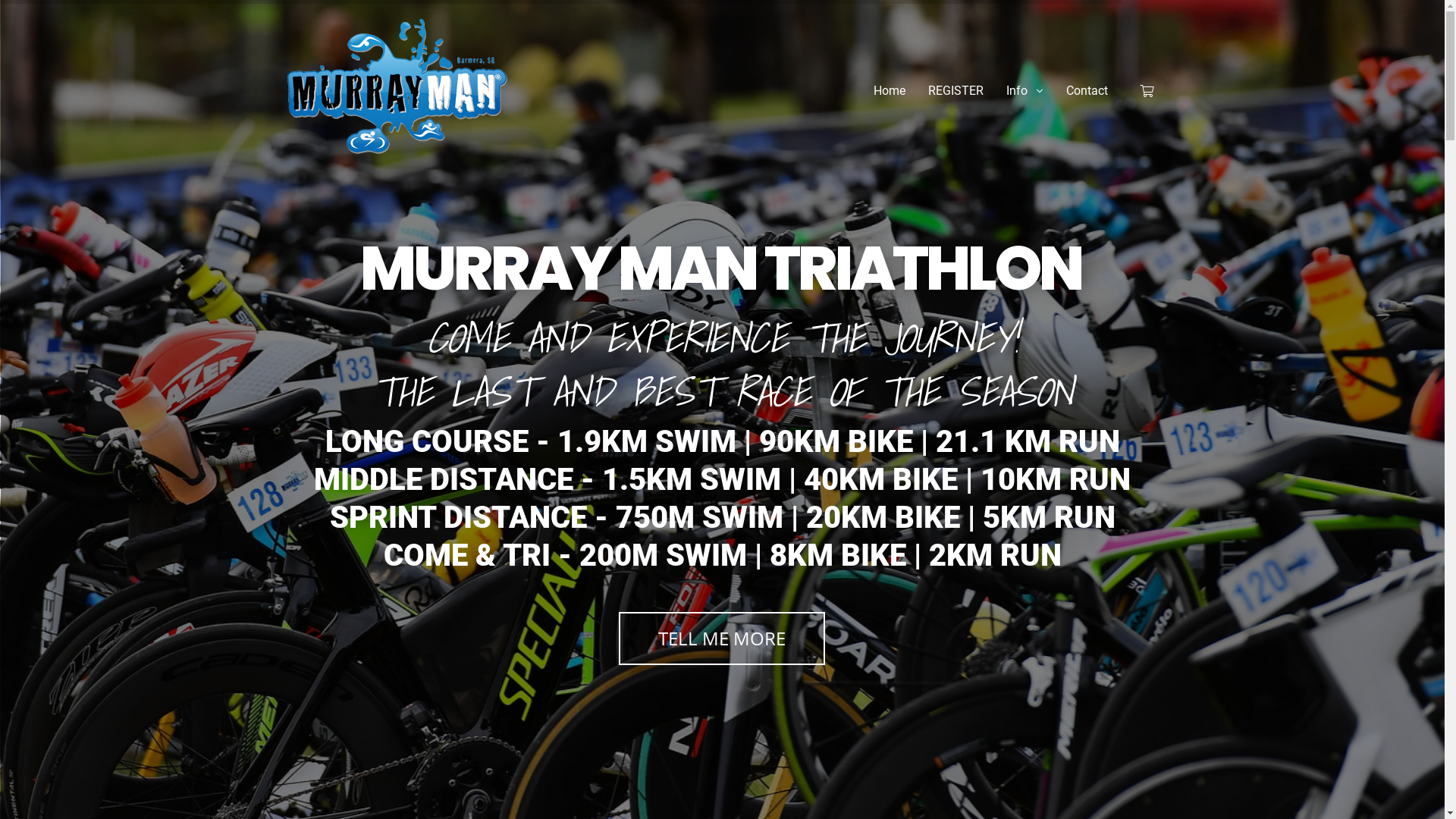 The height and width of the screenshot is (819, 1456). I want to click on 'TELL ME MORE', so click(619, 638).